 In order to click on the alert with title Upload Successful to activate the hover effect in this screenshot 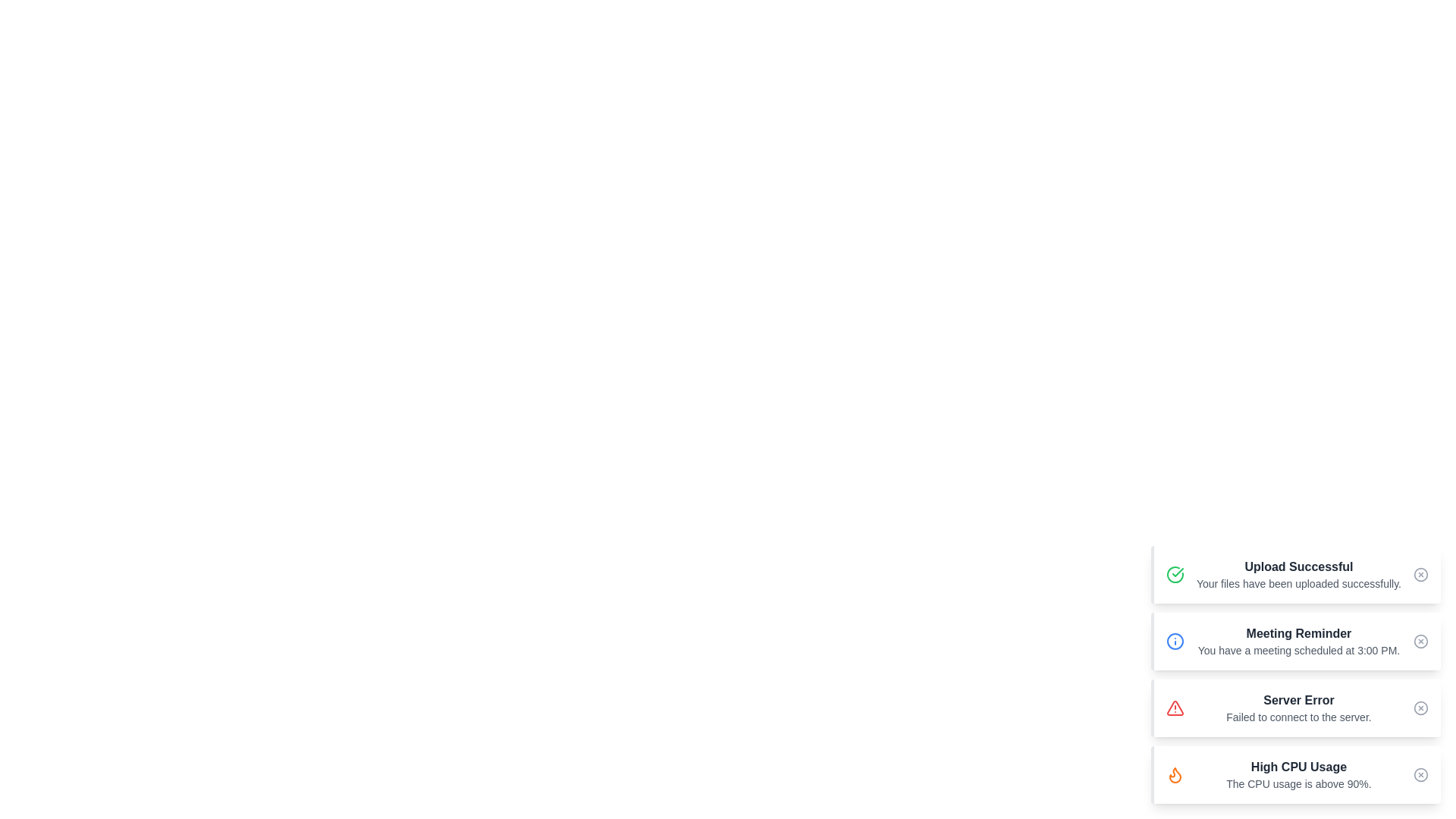, I will do `click(1294, 575)`.